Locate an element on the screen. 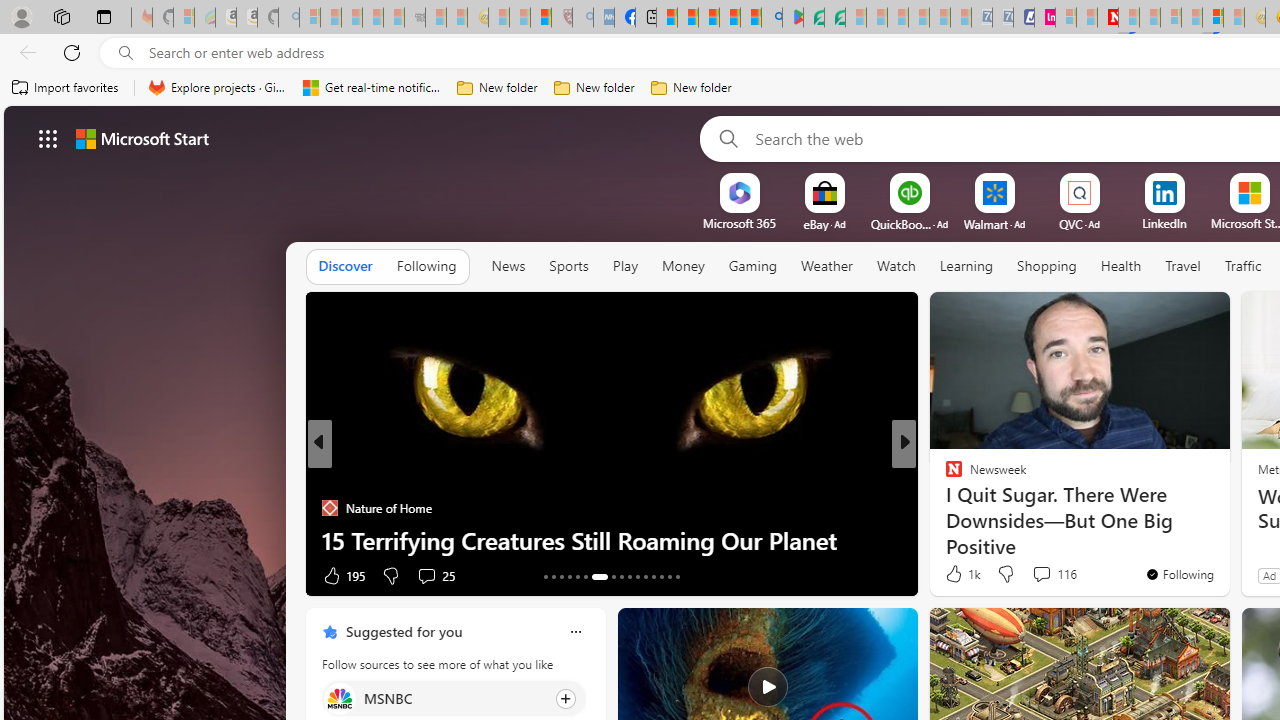 This screenshot has width=1280, height=720. 'Cheap Car Rentals - Save70.com - Sleeping' is located at coordinates (981, 17).